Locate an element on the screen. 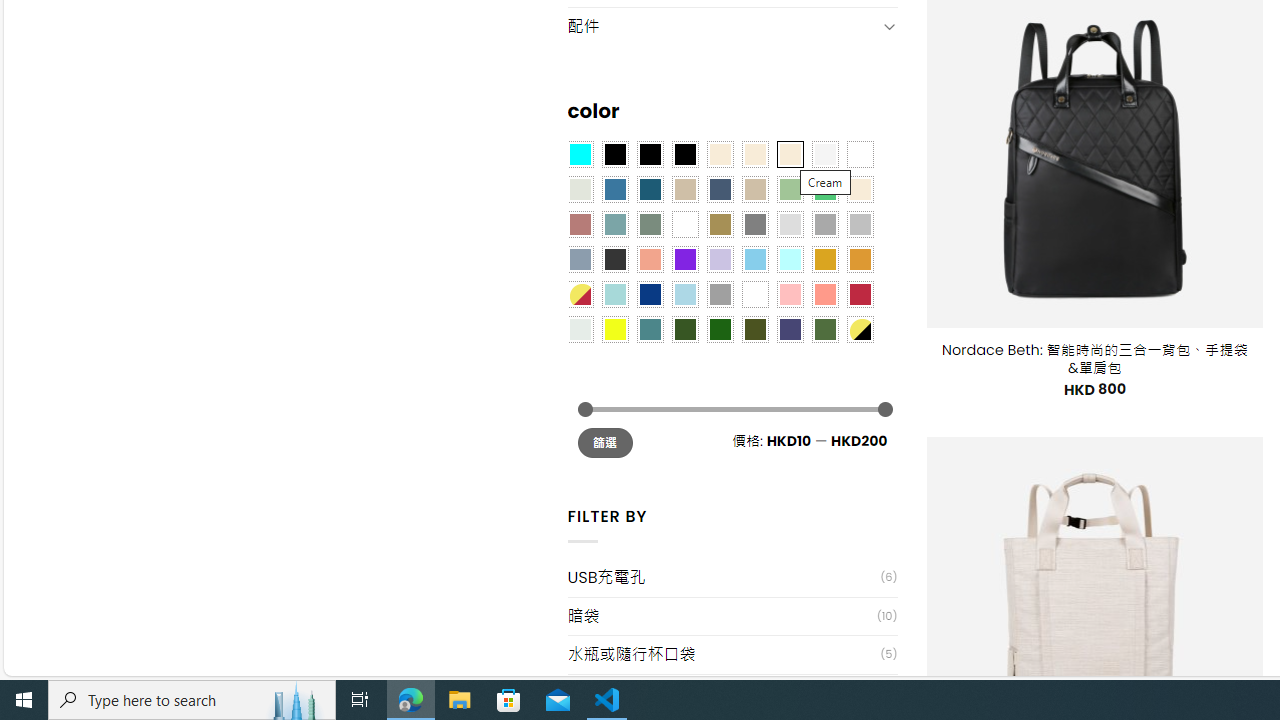  'Cream' is located at coordinates (788, 153).